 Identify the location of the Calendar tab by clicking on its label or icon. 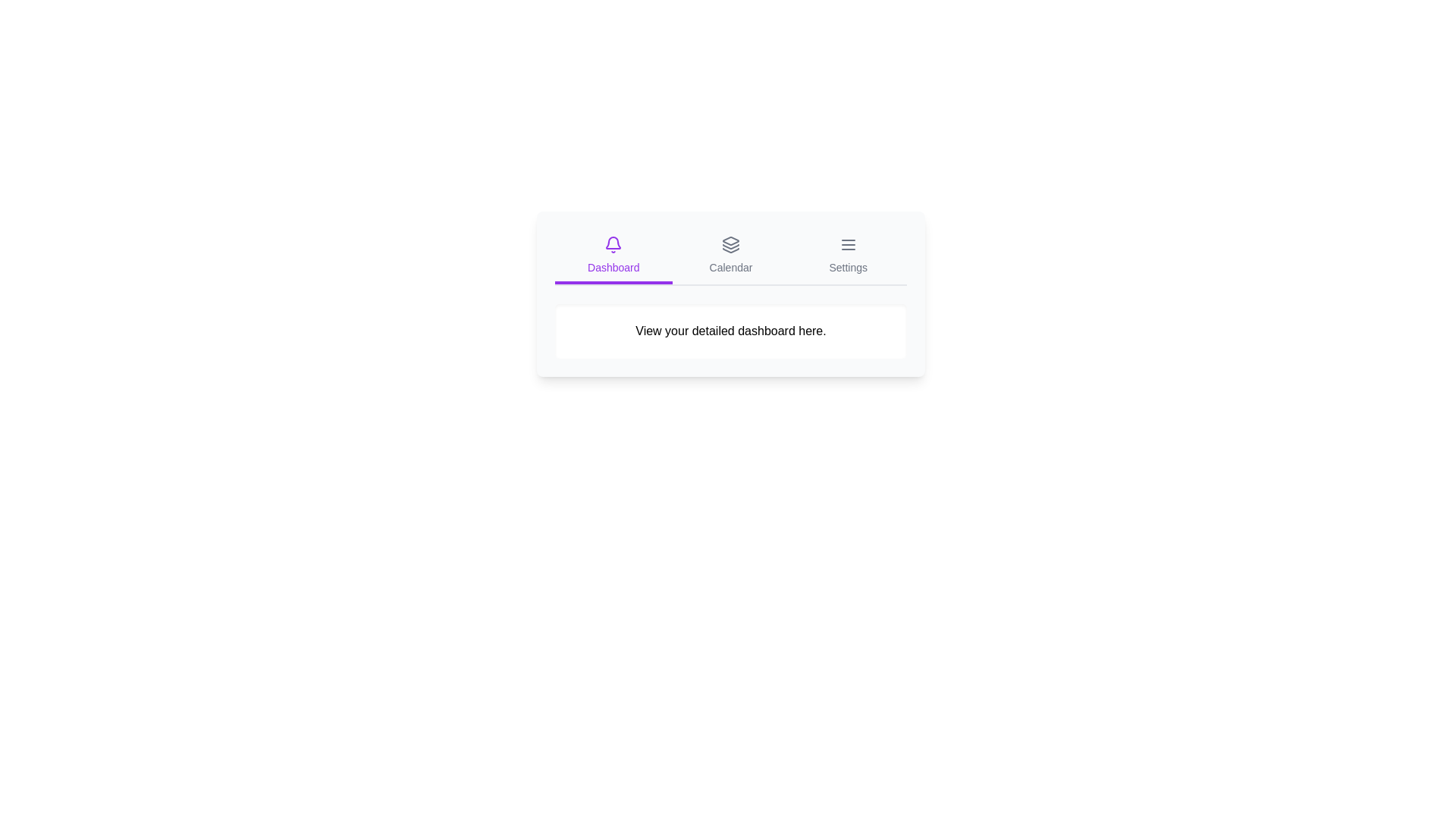
(731, 256).